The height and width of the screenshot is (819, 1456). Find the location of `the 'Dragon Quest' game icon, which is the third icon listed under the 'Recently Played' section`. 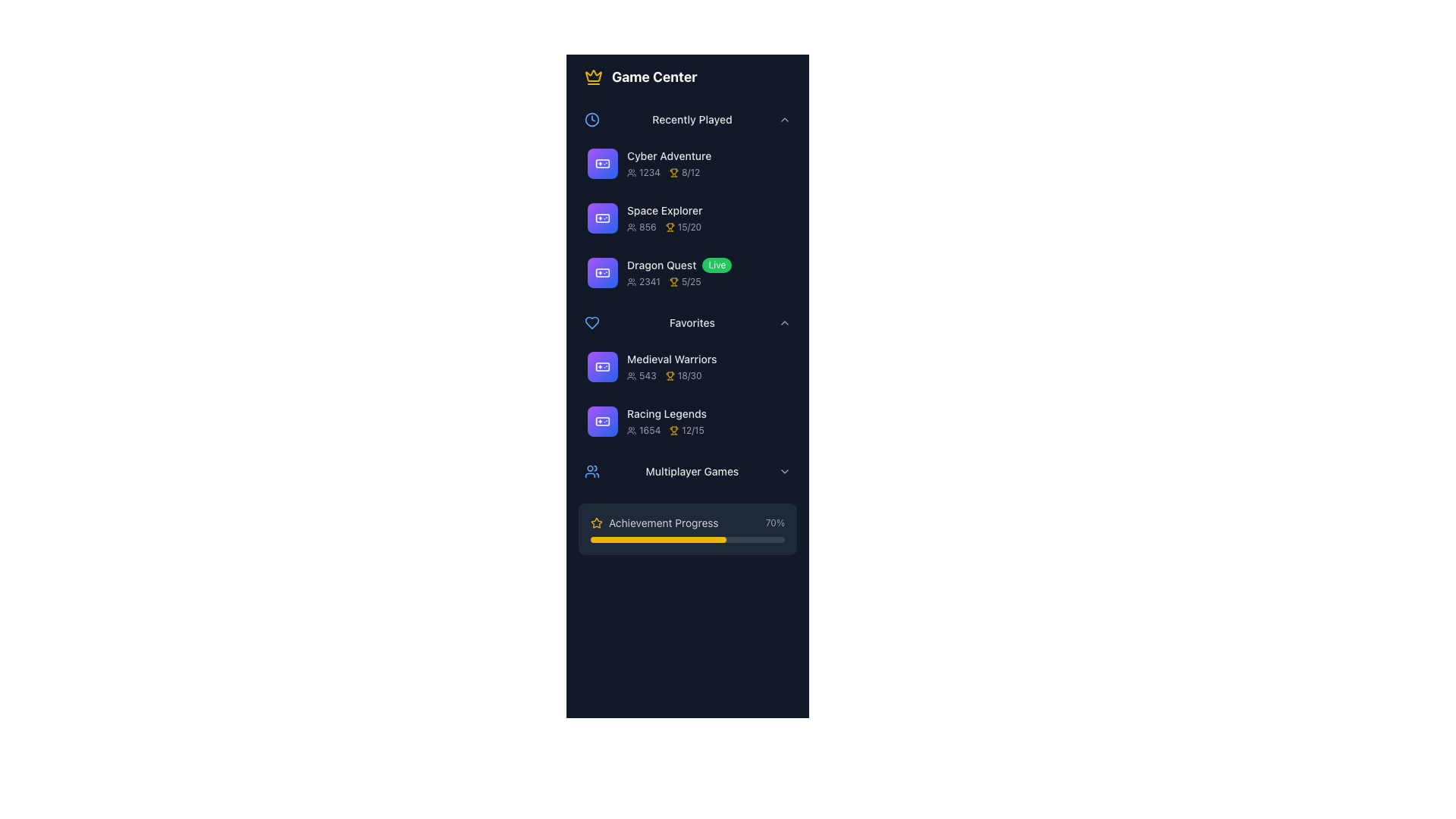

the 'Dragon Quest' game icon, which is the third icon listed under the 'Recently Played' section is located at coordinates (602, 271).